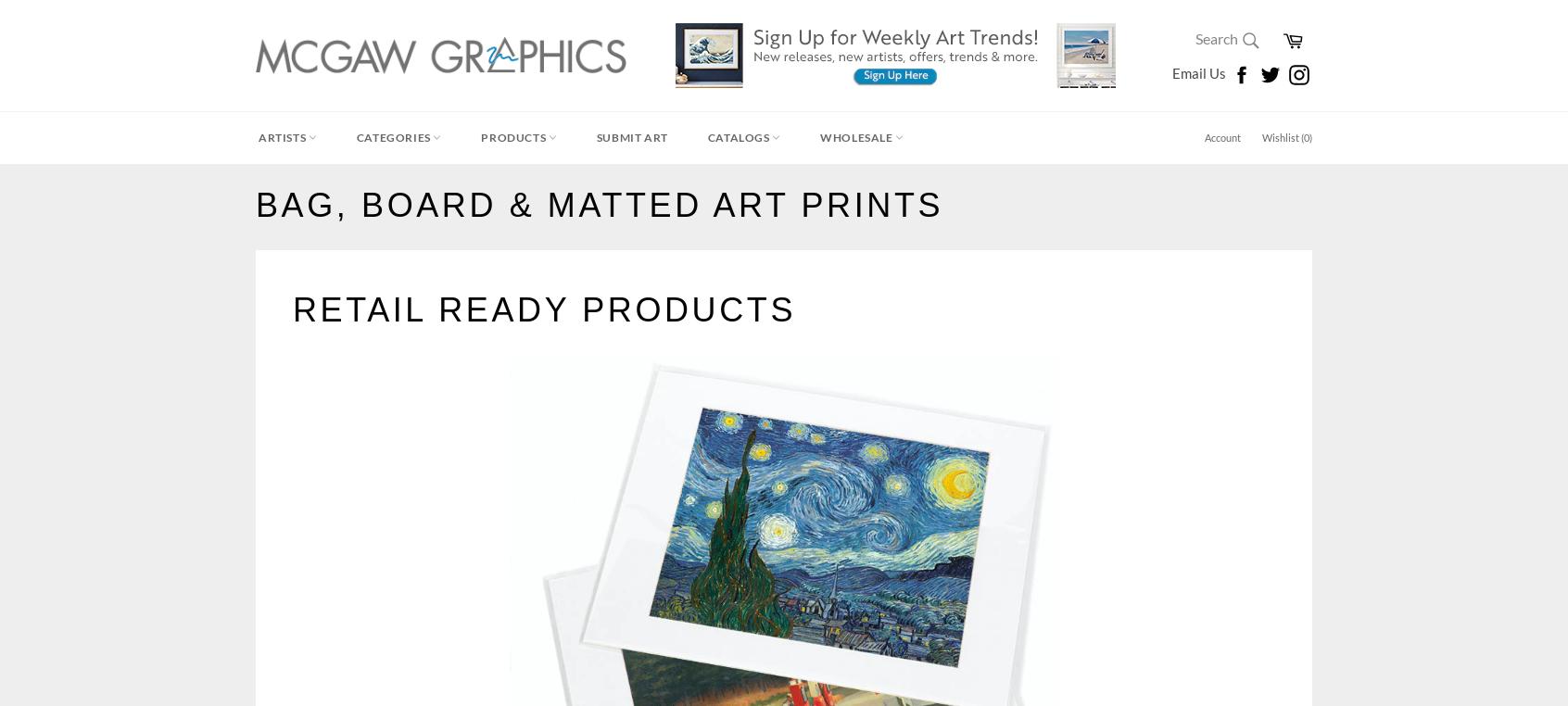 This screenshot has width=1568, height=706. What do you see at coordinates (324, 330) in the screenshot?
I see `'2023 Spring Collection'` at bounding box center [324, 330].